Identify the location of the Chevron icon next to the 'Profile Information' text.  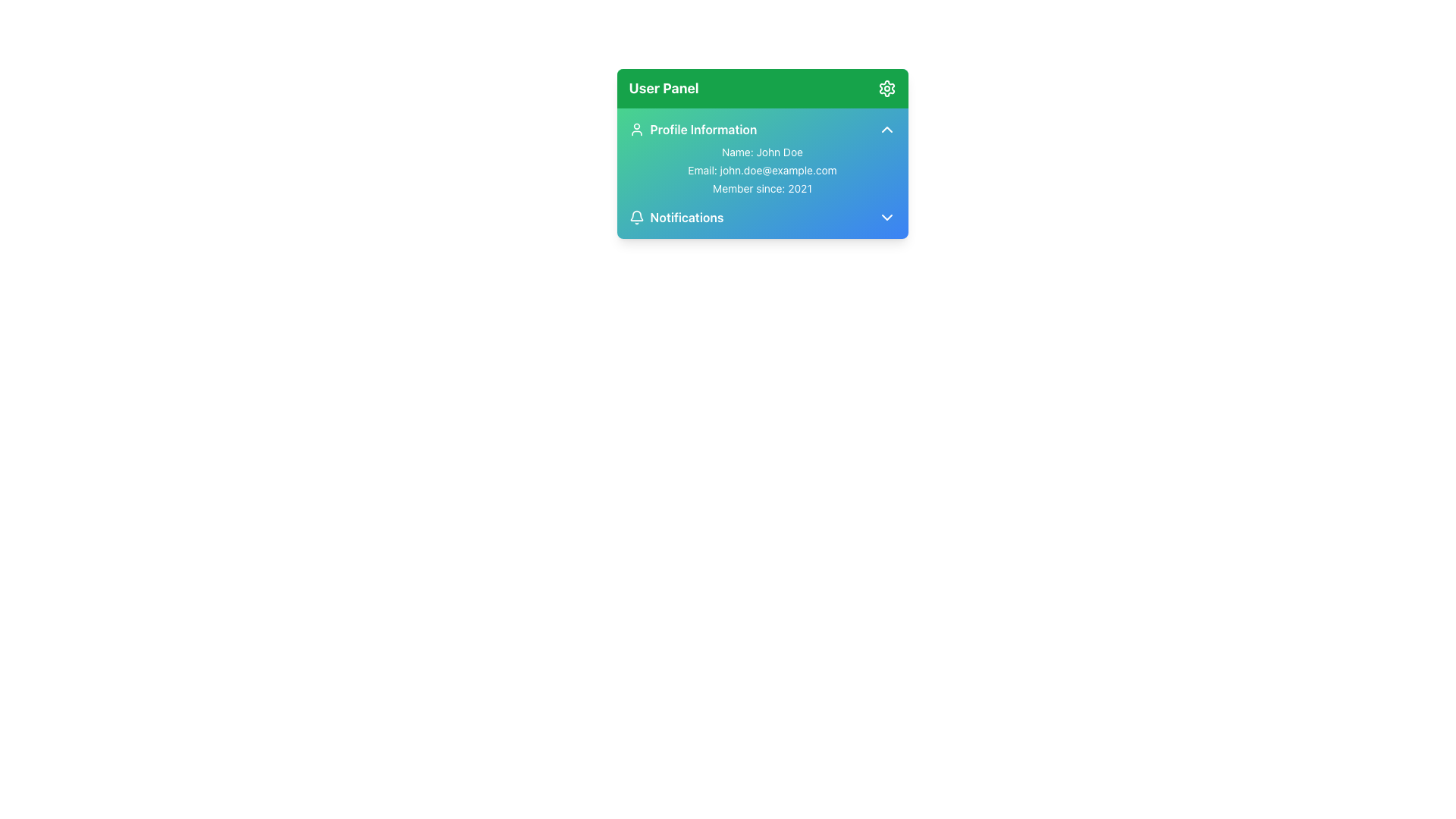
(886, 128).